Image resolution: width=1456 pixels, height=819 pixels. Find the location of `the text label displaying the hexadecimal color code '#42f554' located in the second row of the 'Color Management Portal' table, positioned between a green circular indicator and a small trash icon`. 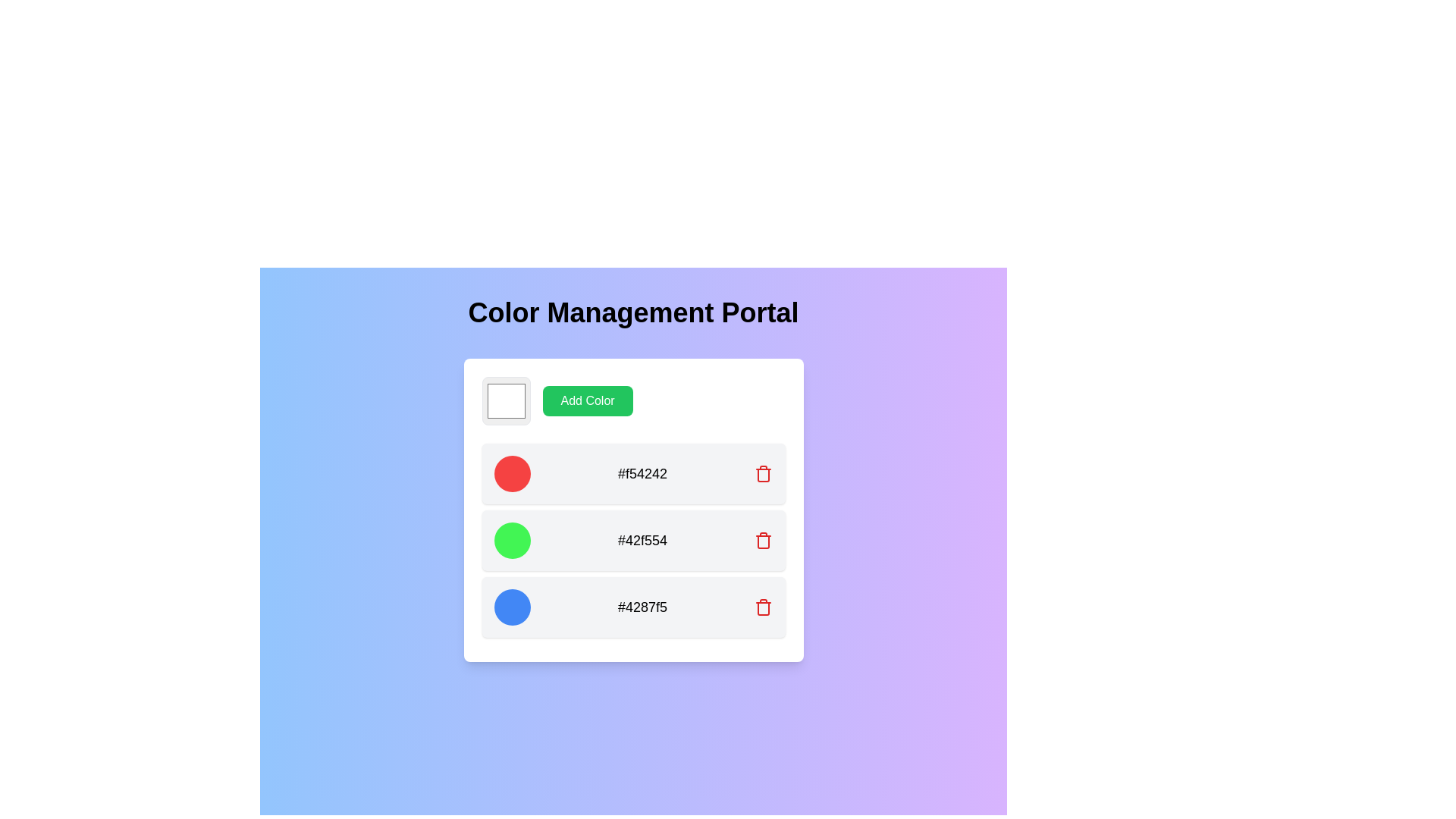

the text label displaying the hexadecimal color code '#42f554' located in the second row of the 'Color Management Portal' table, positioned between a green circular indicator and a small trash icon is located at coordinates (642, 540).